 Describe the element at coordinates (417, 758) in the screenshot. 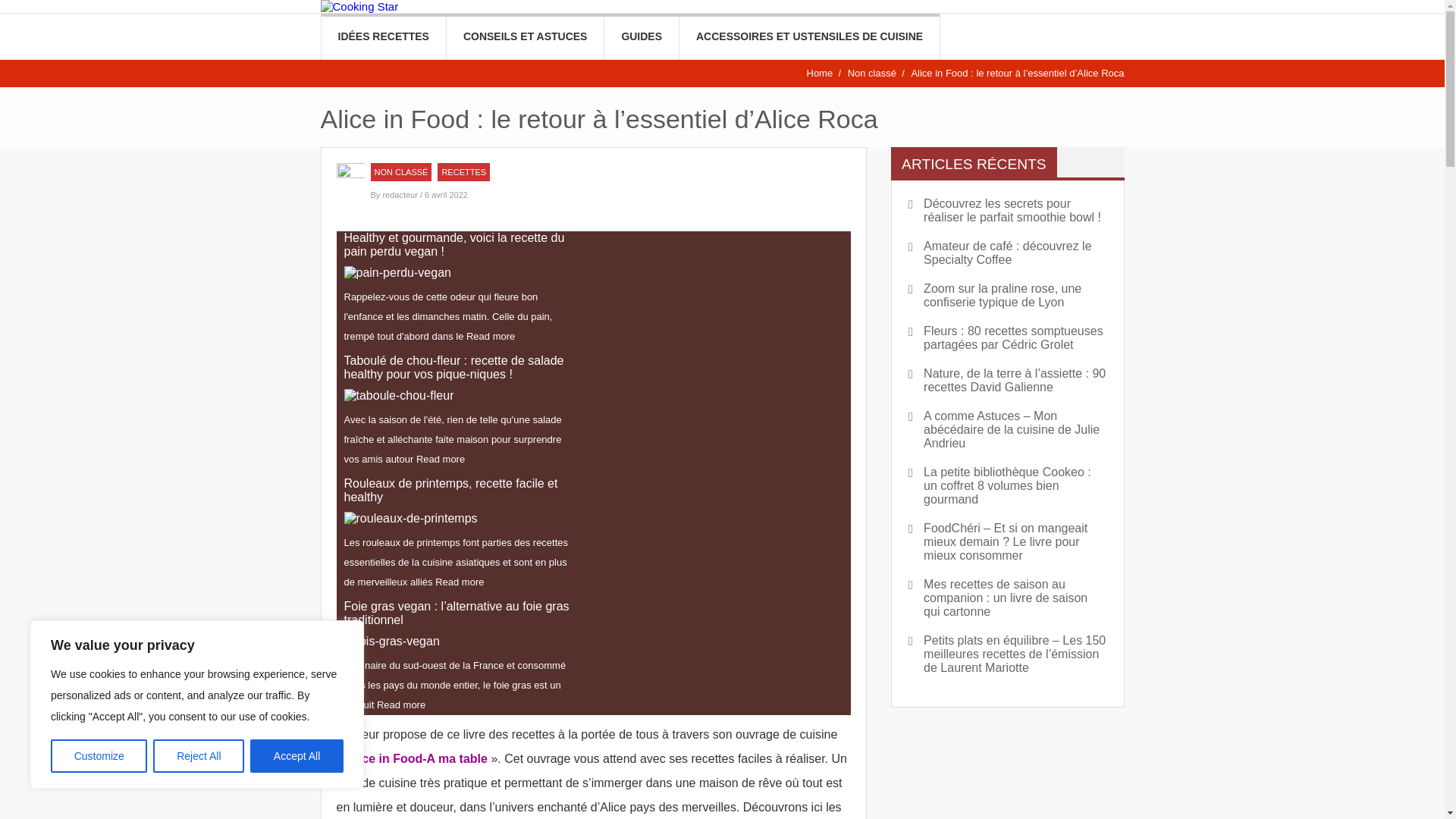

I see `'Alice in Food-A ma table'` at that location.